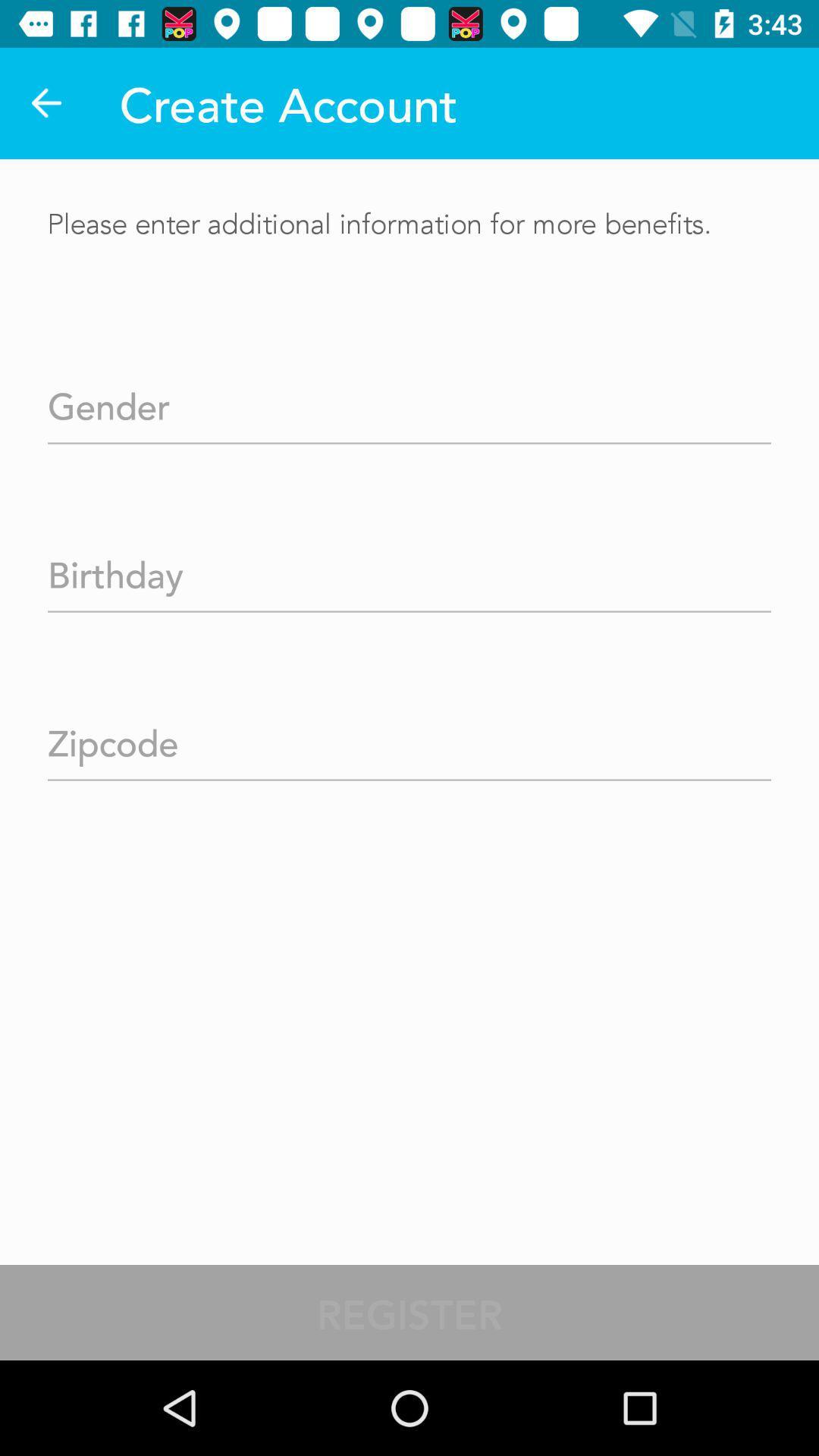 The image size is (819, 1456). Describe the element at coordinates (409, 401) in the screenshot. I see `gender` at that location.